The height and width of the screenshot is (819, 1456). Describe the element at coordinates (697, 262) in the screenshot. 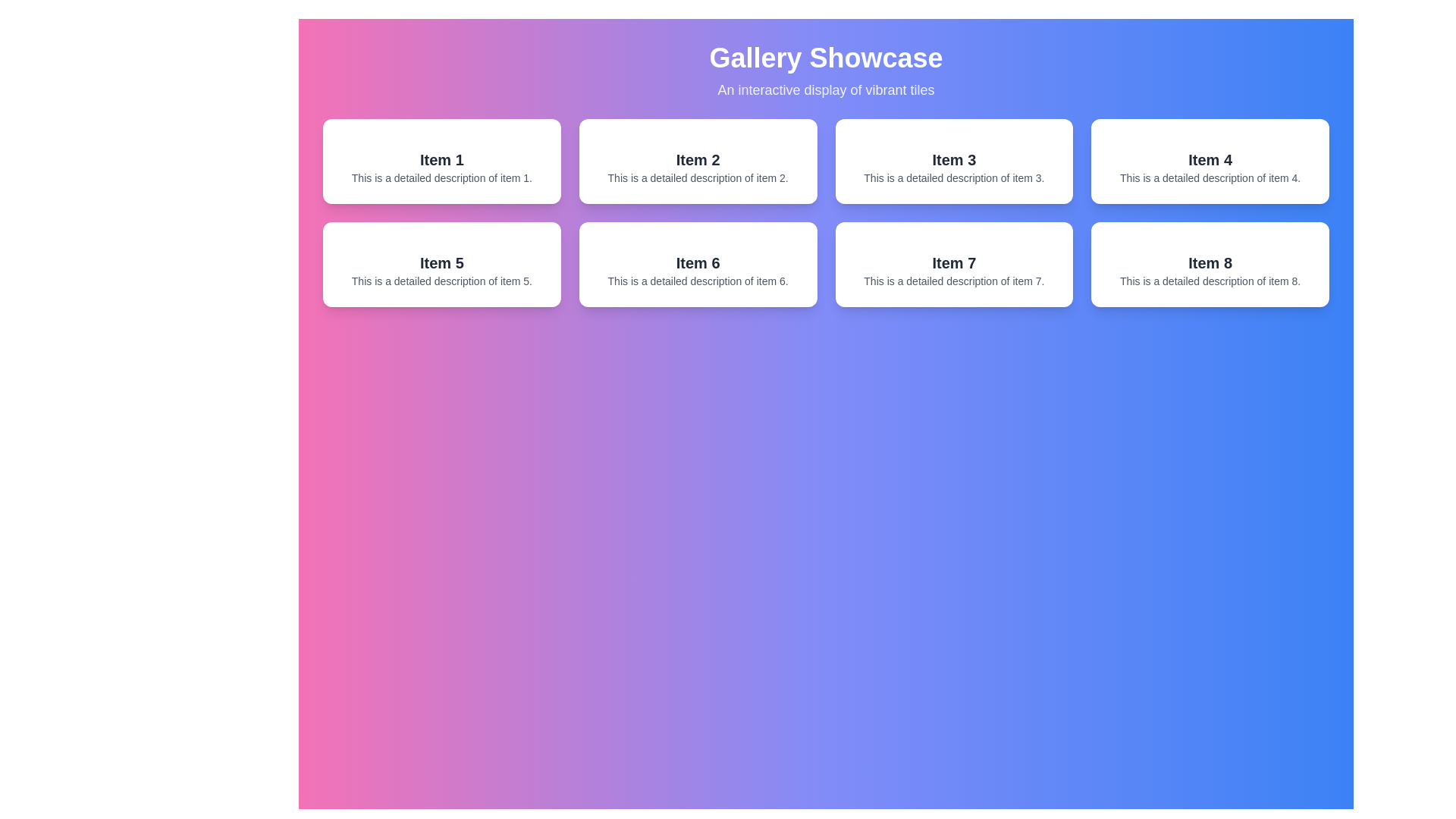

I see `the bold text label reading 'Item 6' located in the third row, second column of the grid layout to focus on the item` at that location.